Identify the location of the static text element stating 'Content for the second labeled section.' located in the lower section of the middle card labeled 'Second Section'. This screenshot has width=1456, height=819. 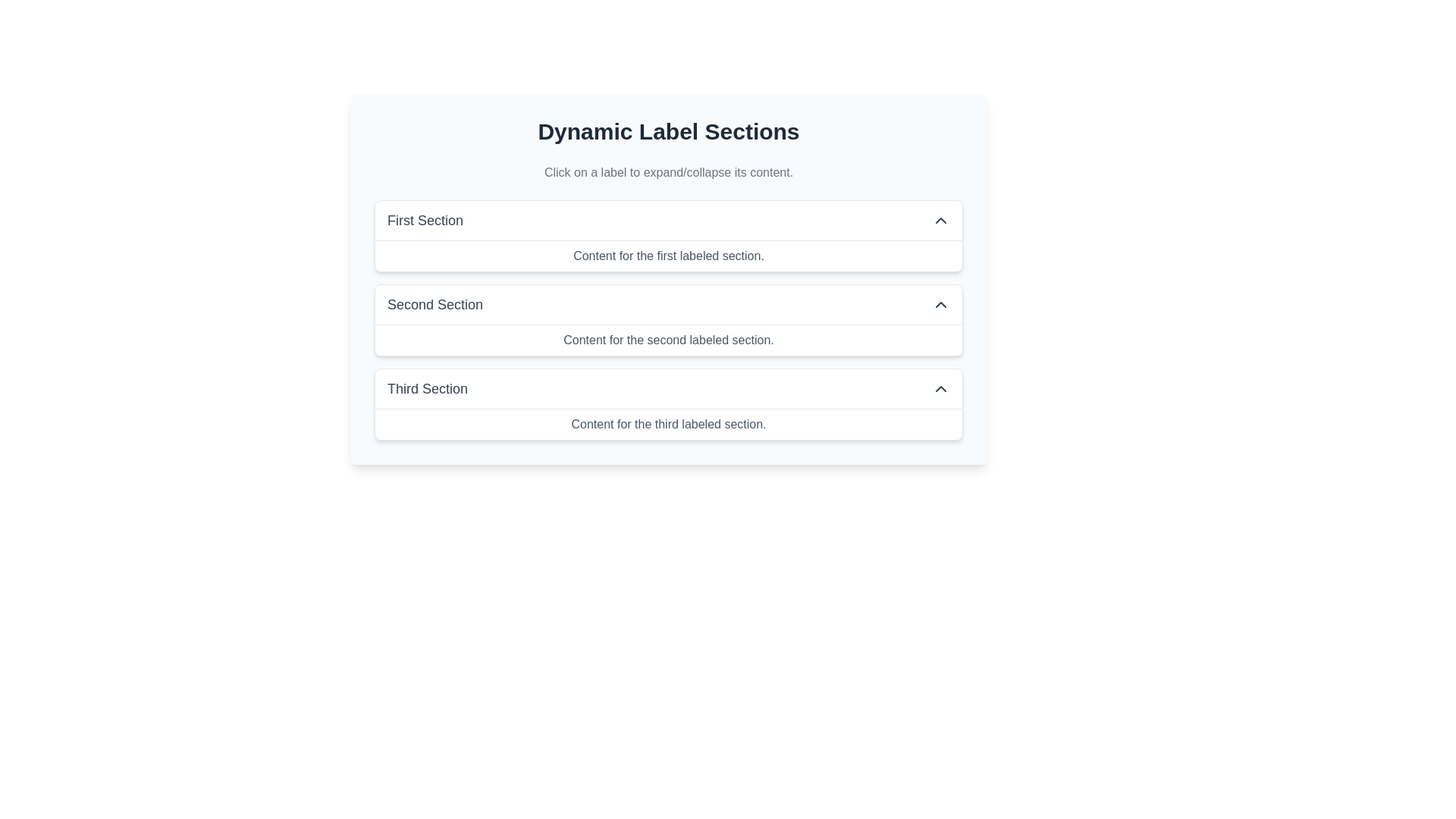
(668, 338).